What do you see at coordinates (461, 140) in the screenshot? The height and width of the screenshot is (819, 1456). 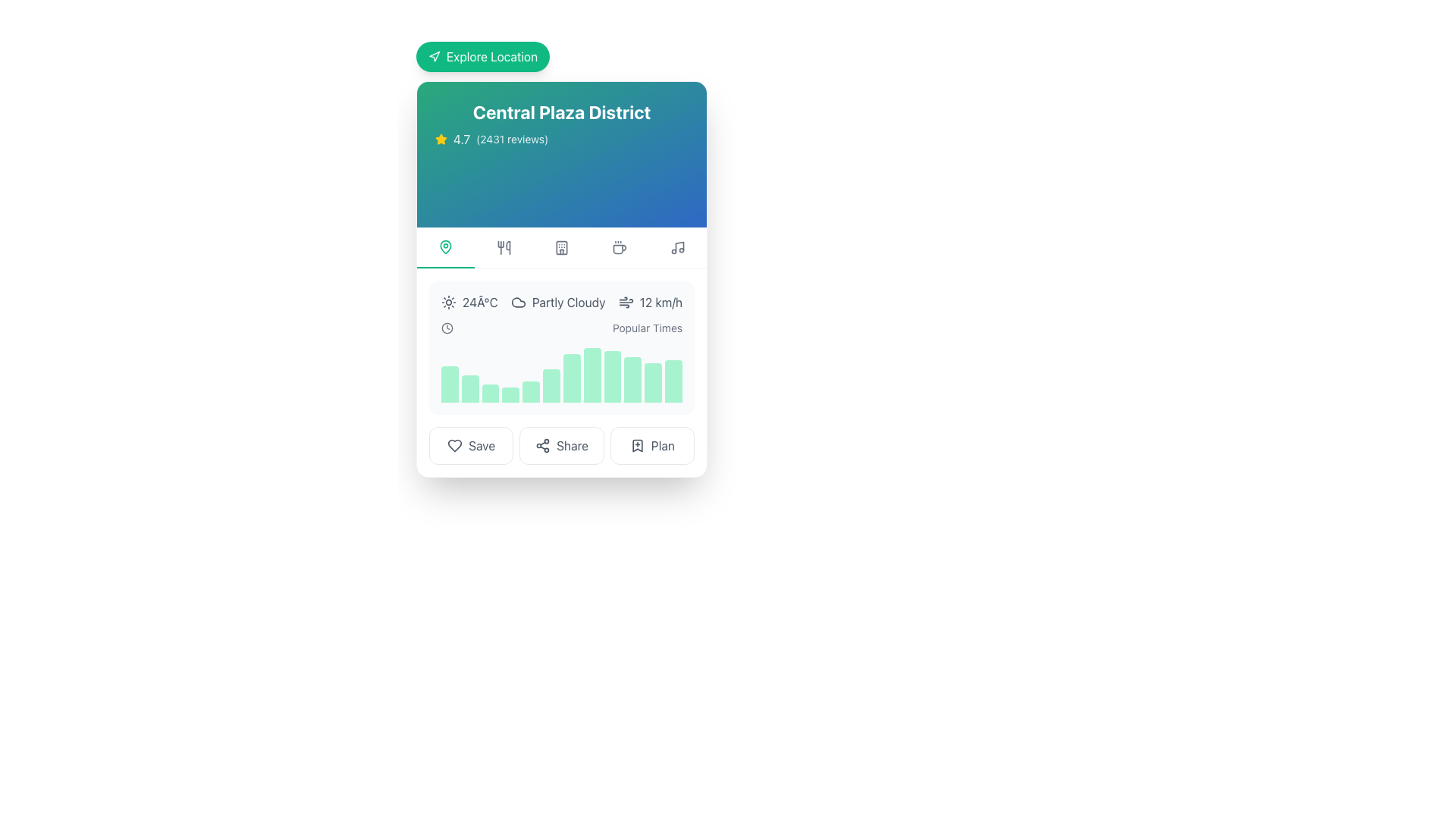 I see `the static text element that visually represents a numerical rating score, located between the yellow star icon and the review count text '(2431 reviews)' within the card element` at bounding box center [461, 140].